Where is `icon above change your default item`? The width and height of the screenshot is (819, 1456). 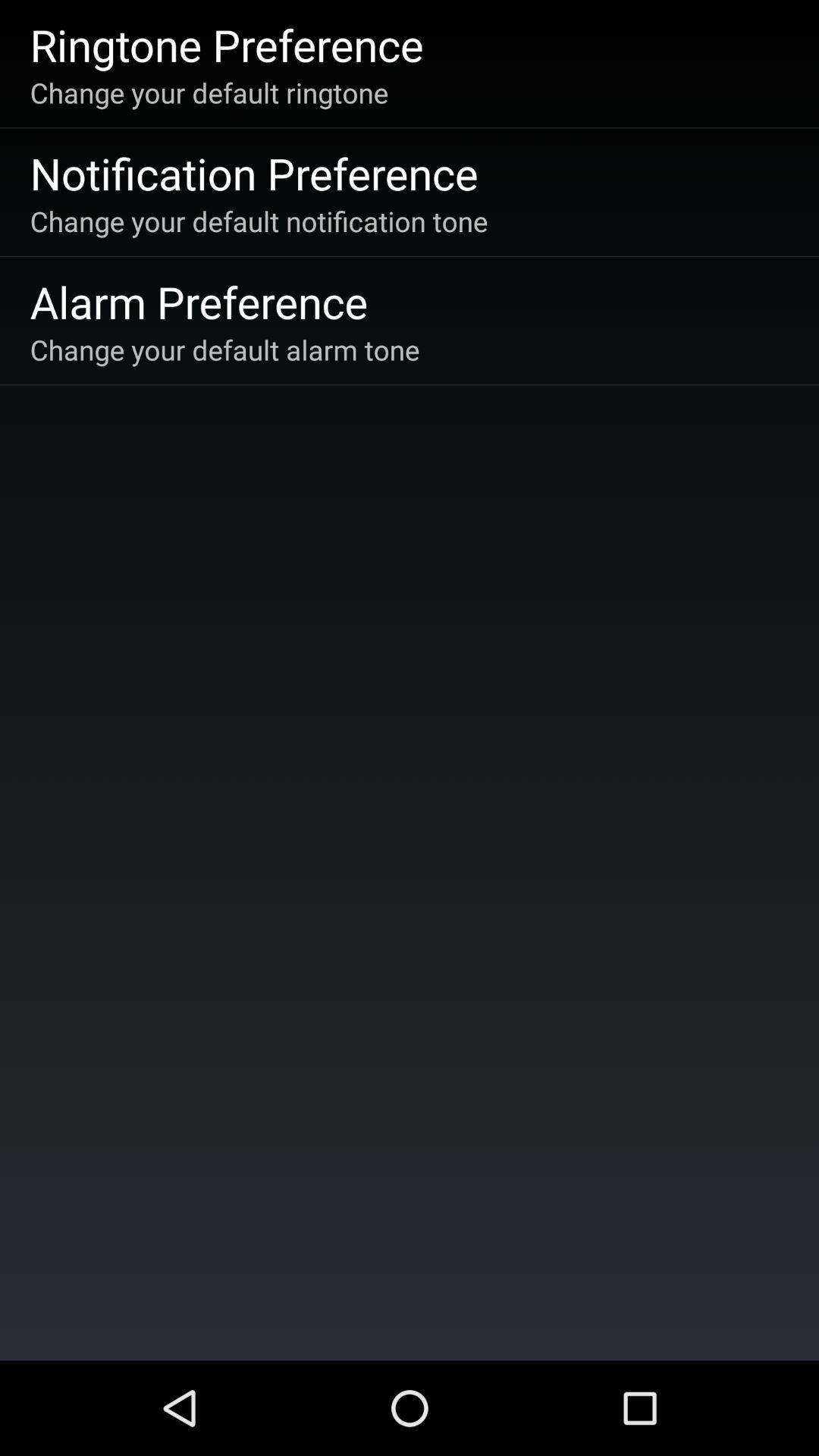 icon above change your default item is located at coordinates (198, 301).